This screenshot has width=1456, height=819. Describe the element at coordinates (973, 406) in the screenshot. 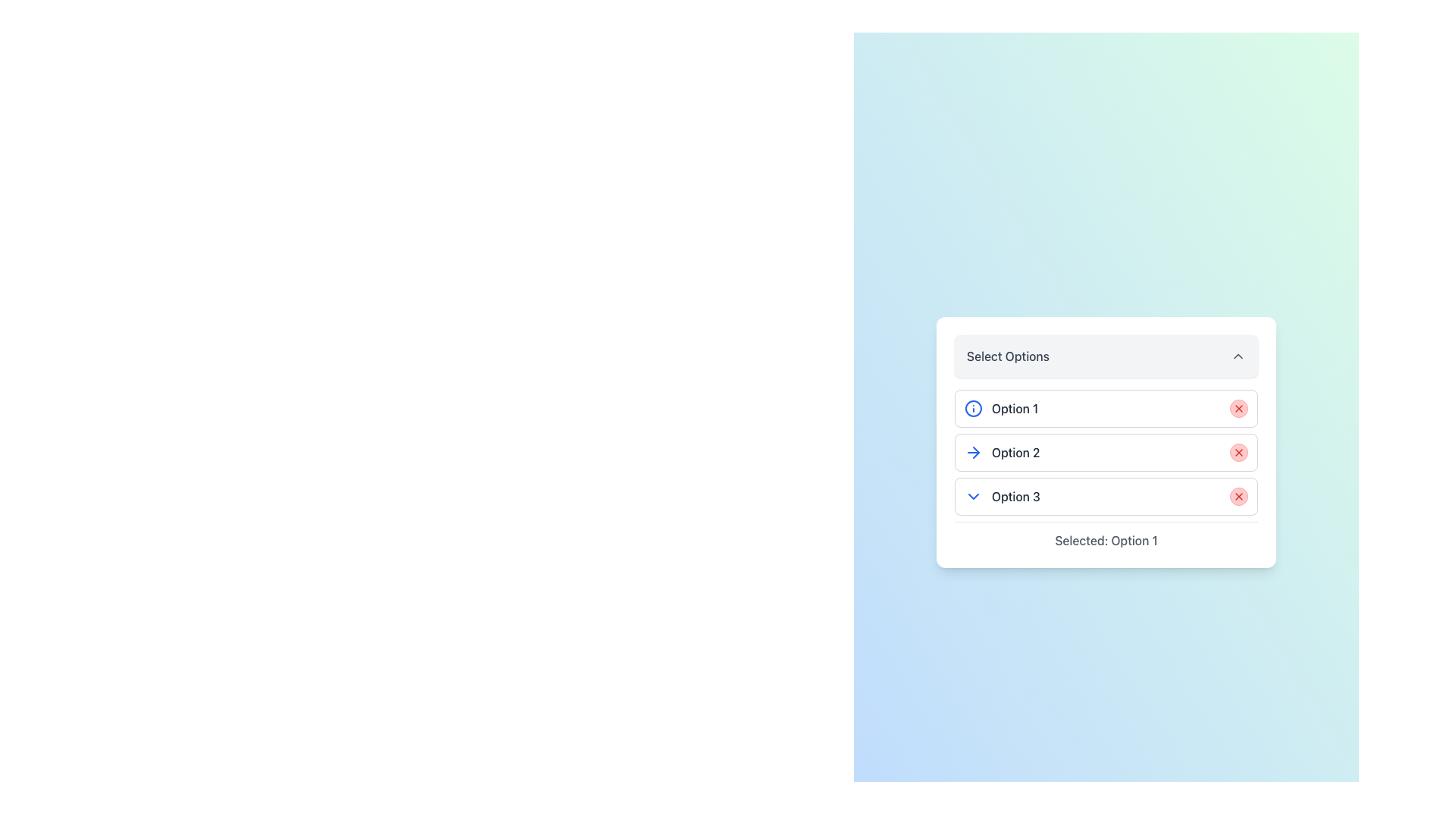

I see `the decorative or informational icon related to the first option in the selectable list located in the left section of the 'Option 1' row in a dropdown menu` at that location.